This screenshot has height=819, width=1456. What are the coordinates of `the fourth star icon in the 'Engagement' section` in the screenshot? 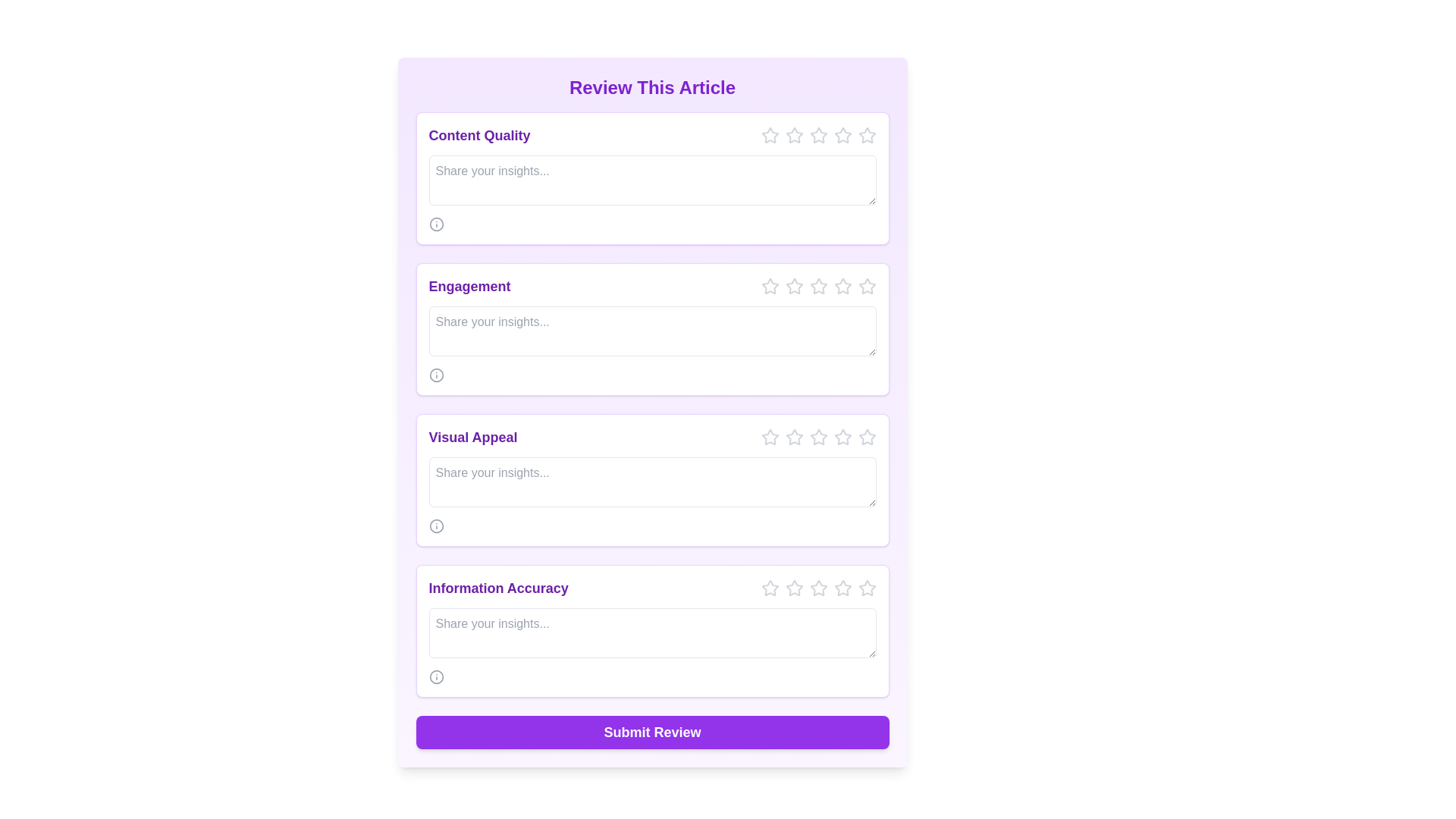 It's located at (842, 286).